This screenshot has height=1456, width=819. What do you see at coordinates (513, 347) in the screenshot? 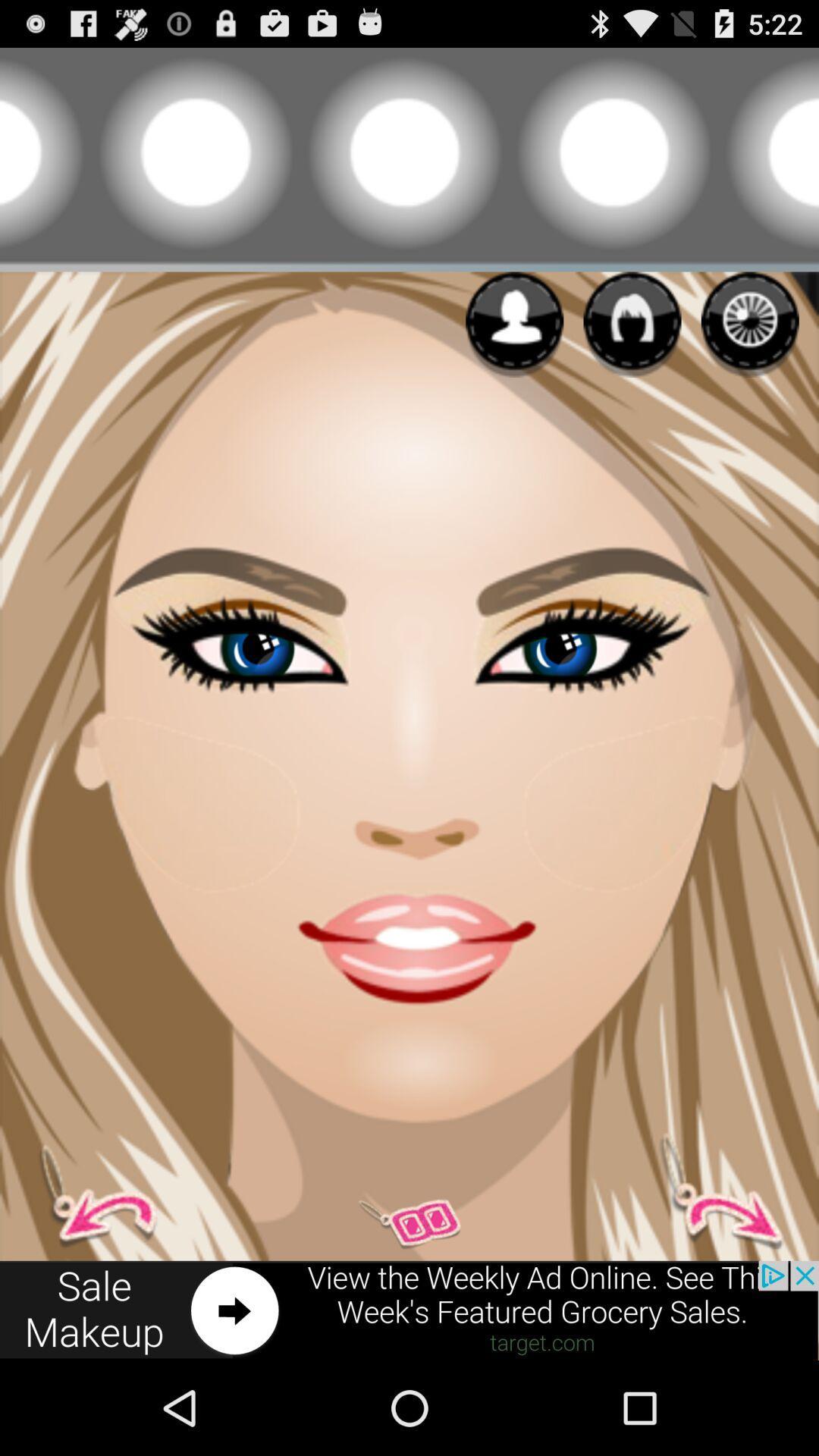
I see `the avatar icon` at bounding box center [513, 347].